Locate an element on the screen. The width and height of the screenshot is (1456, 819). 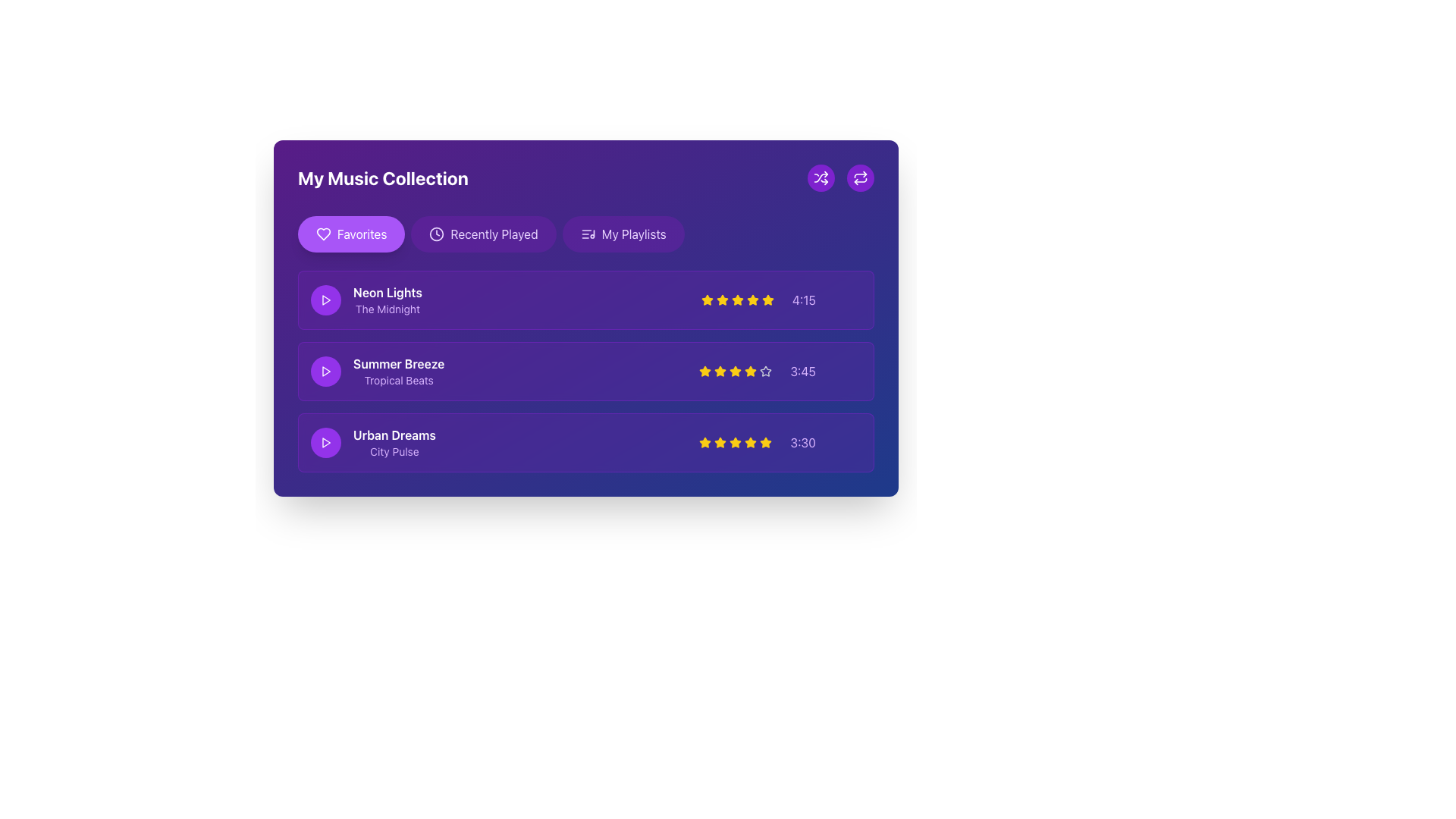
the current state of the third star in the 'Neon Lights' row, which is part of a rating system at the topmost entry of a list is located at coordinates (737, 300).